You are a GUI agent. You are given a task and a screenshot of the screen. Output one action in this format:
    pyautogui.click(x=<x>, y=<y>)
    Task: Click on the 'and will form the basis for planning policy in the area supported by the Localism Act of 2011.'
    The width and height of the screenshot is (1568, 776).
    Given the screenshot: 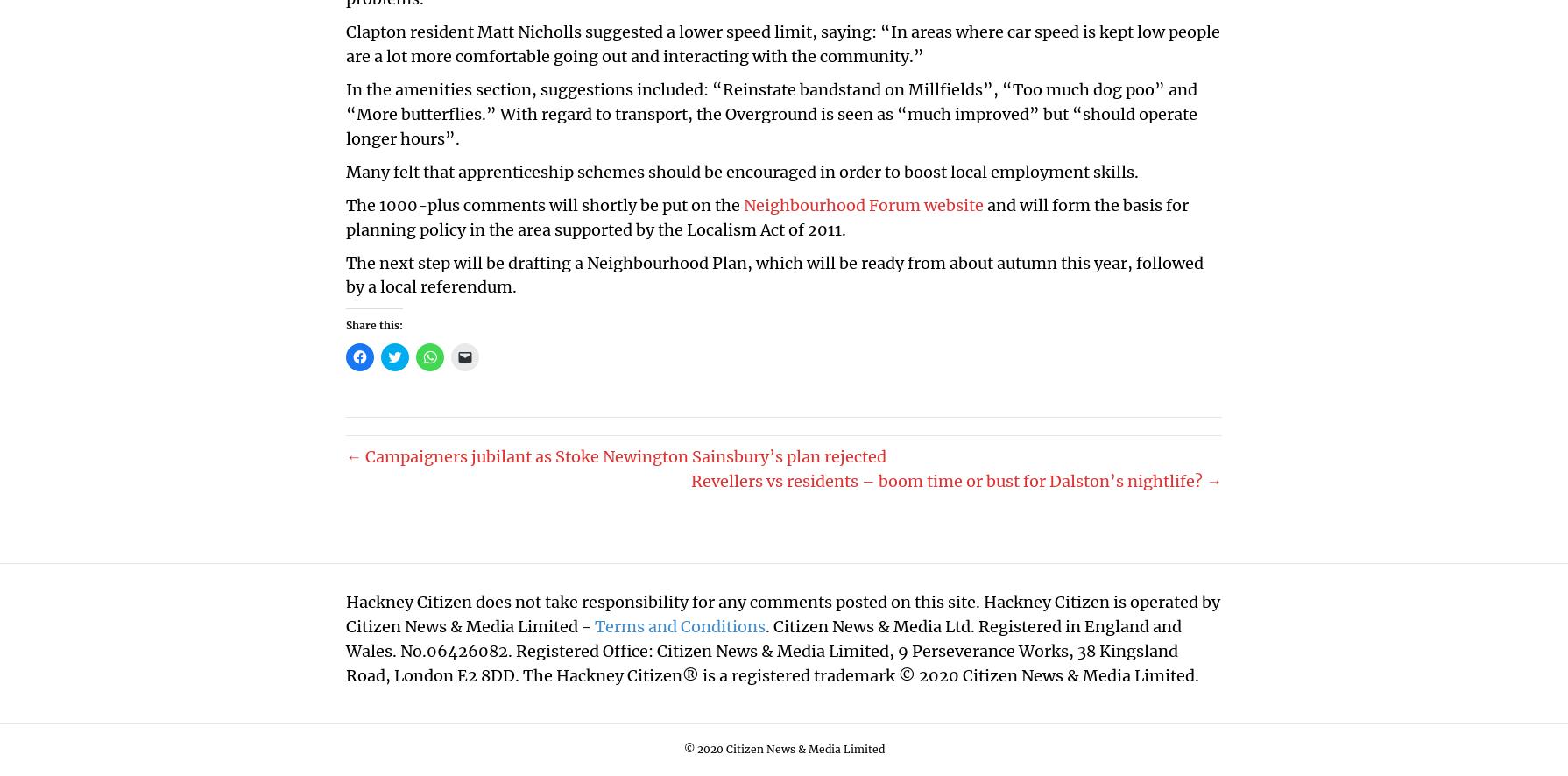 What is the action you would take?
    pyautogui.click(x=766, y=215)
    